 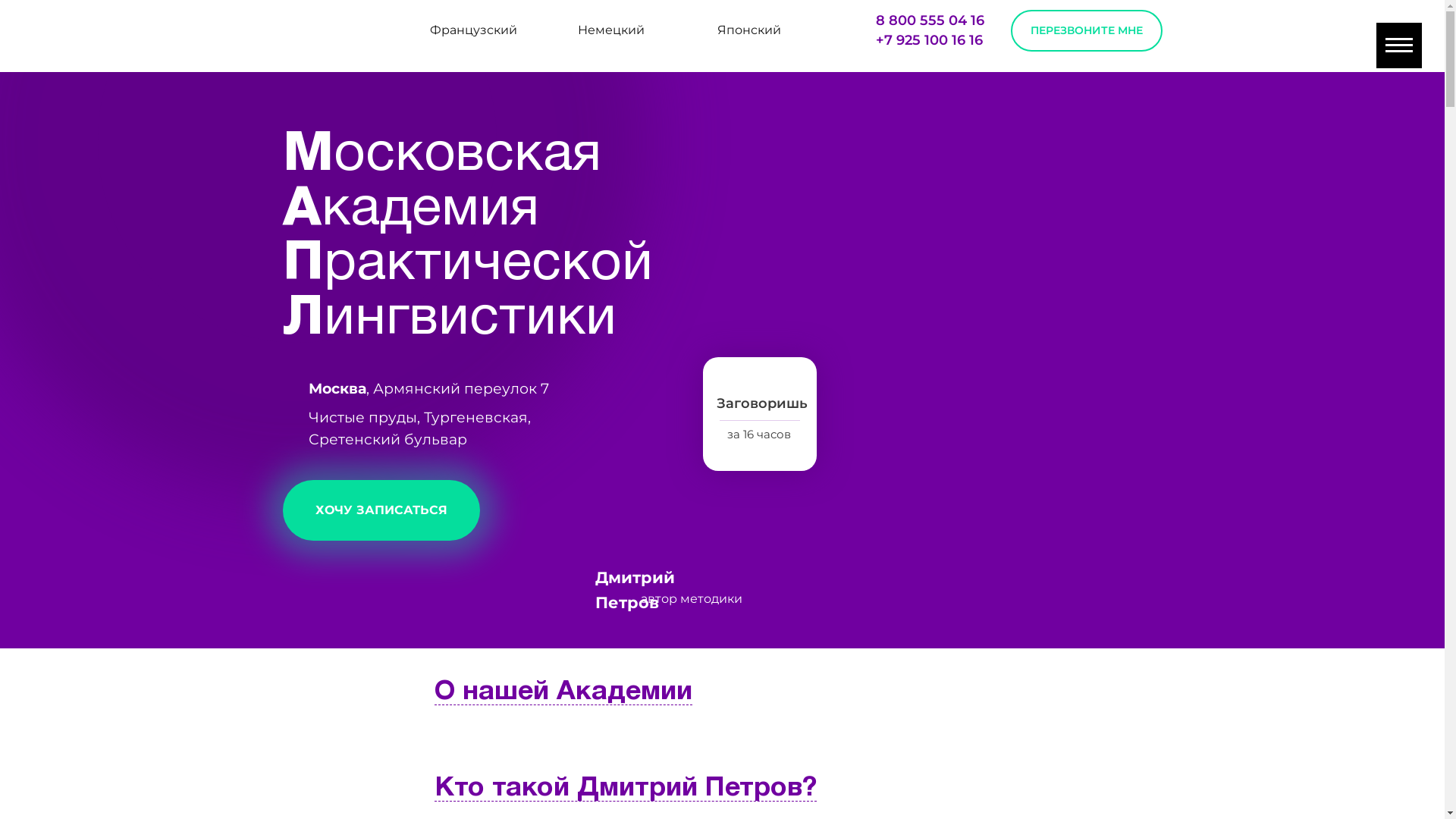 What do you see at coordinates (928, 20) in the screenshot?
I see `'8 800 555 04 16'` at bounding box center [928, 20].